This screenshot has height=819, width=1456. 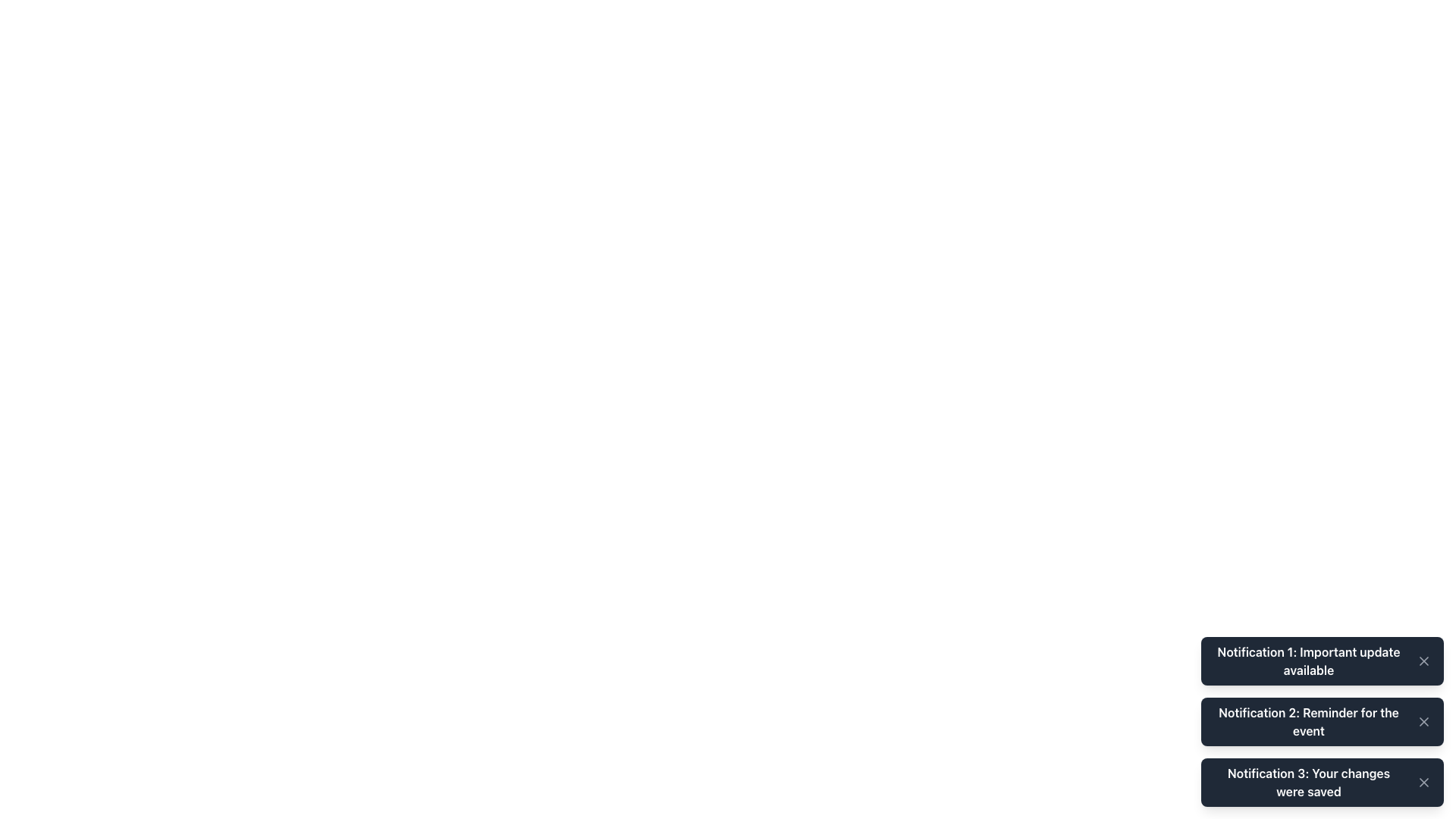 What do you see at coordinates (1308, 660) in the screenshot?
I see `the text label element displaying 'Notification 1: Important update available', which is styled in bold white on a dark background and is the first notification in a vertical list` at bounding box center [1308, 660].